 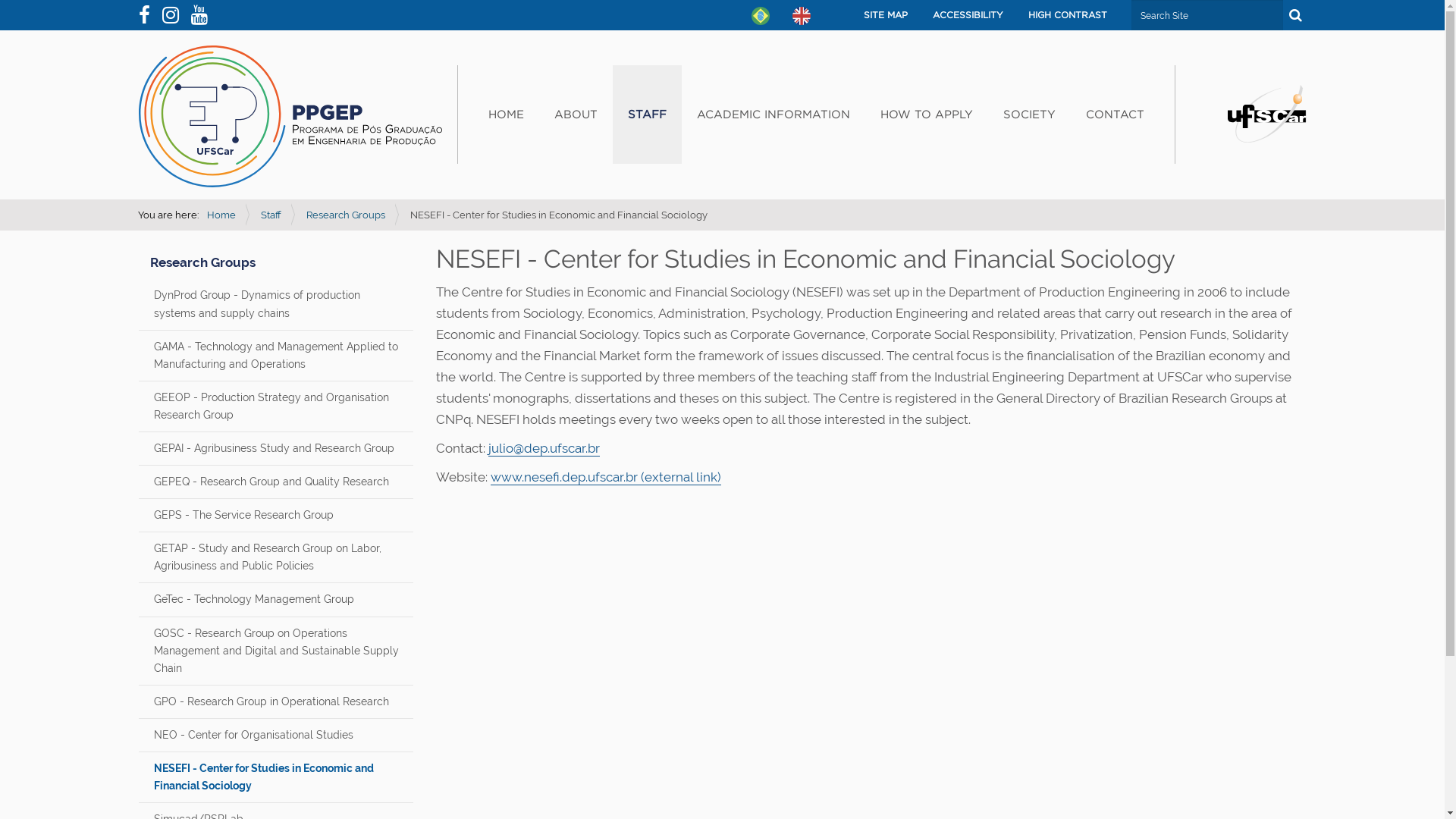 What do you see at coordinates (275, 513) in the screenshot?
I see `'GEPS - The Service Research Group'` at bounding box center [275, 513].